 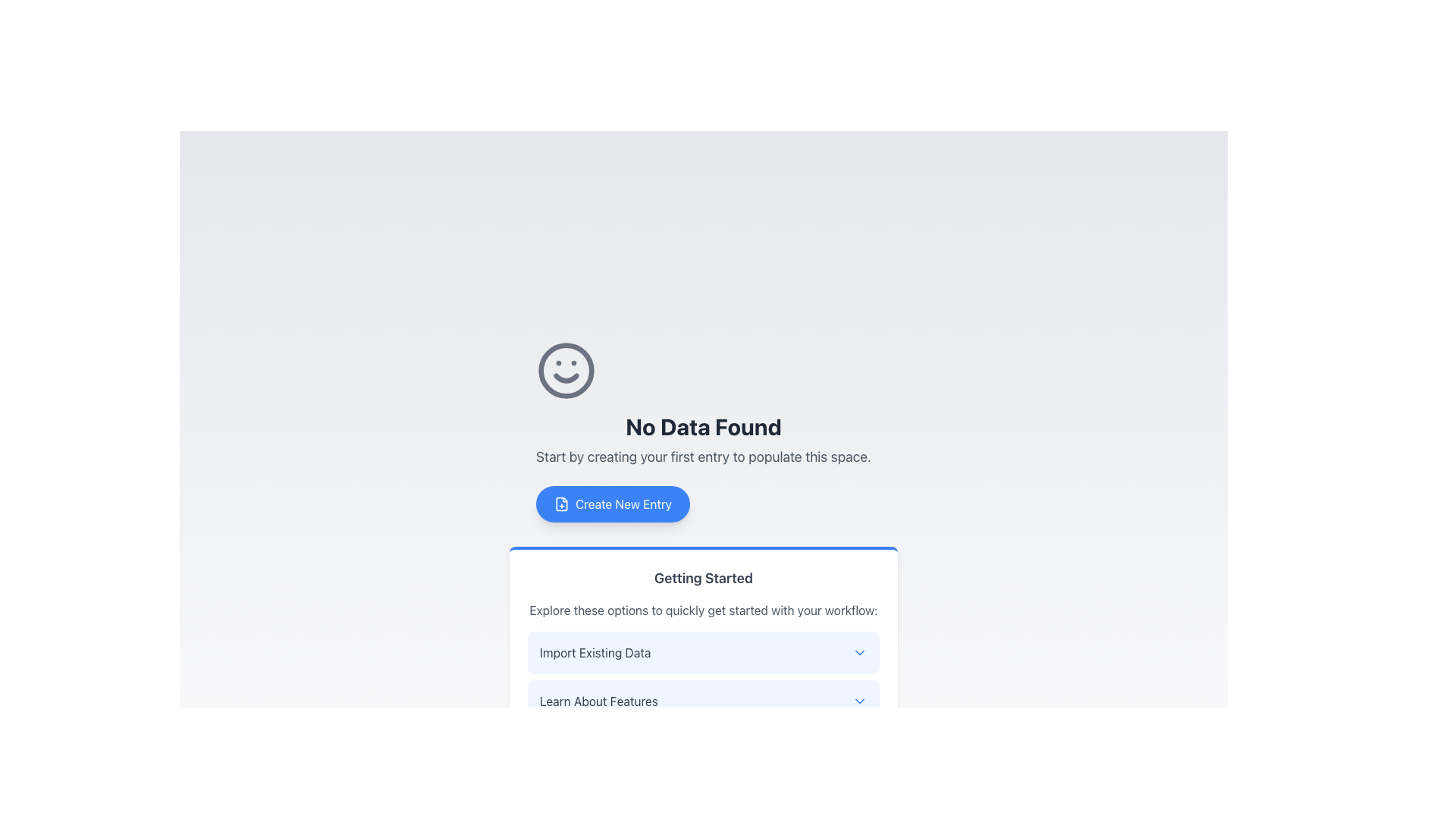 What do you see at coordinates (598, 701) in the screenshot?
I see `the text label reading 'Learn About Features', which is styled with a smaller font and gray color, located under the 'Getting Started' section` at bounding box center [598, 701].